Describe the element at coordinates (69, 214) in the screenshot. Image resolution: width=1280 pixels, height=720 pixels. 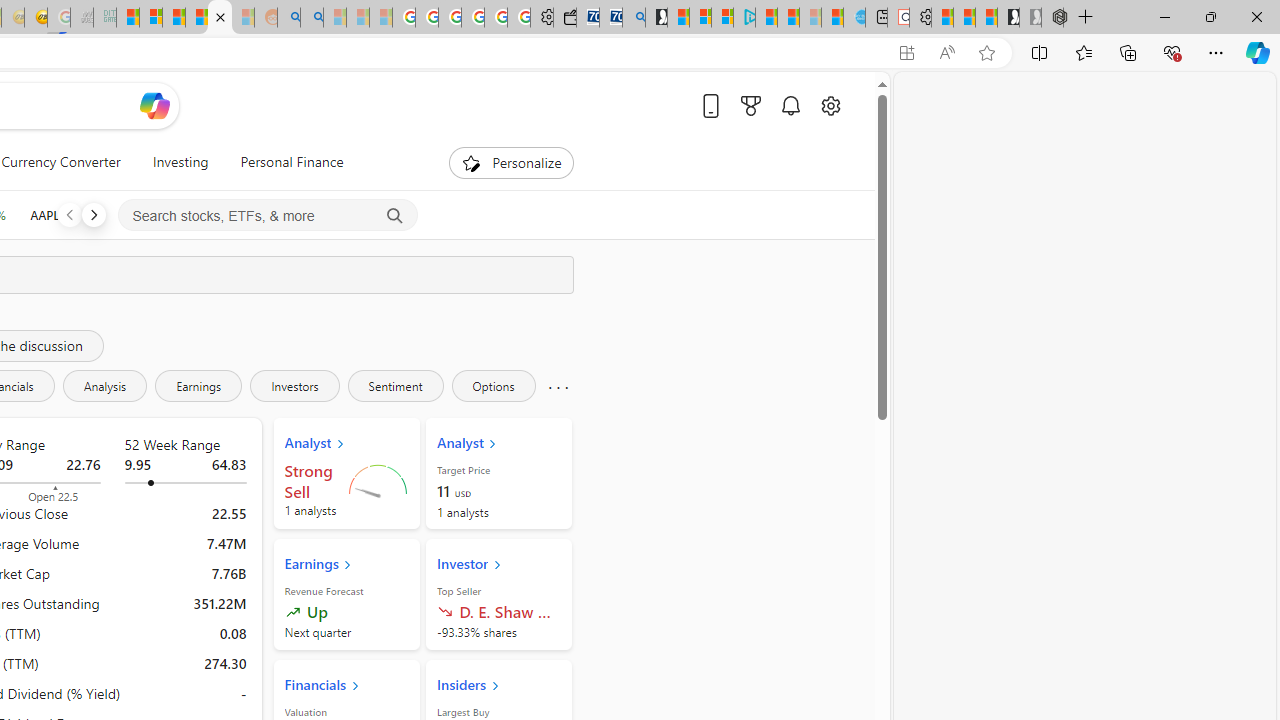
I see `'Previous'` at that location.